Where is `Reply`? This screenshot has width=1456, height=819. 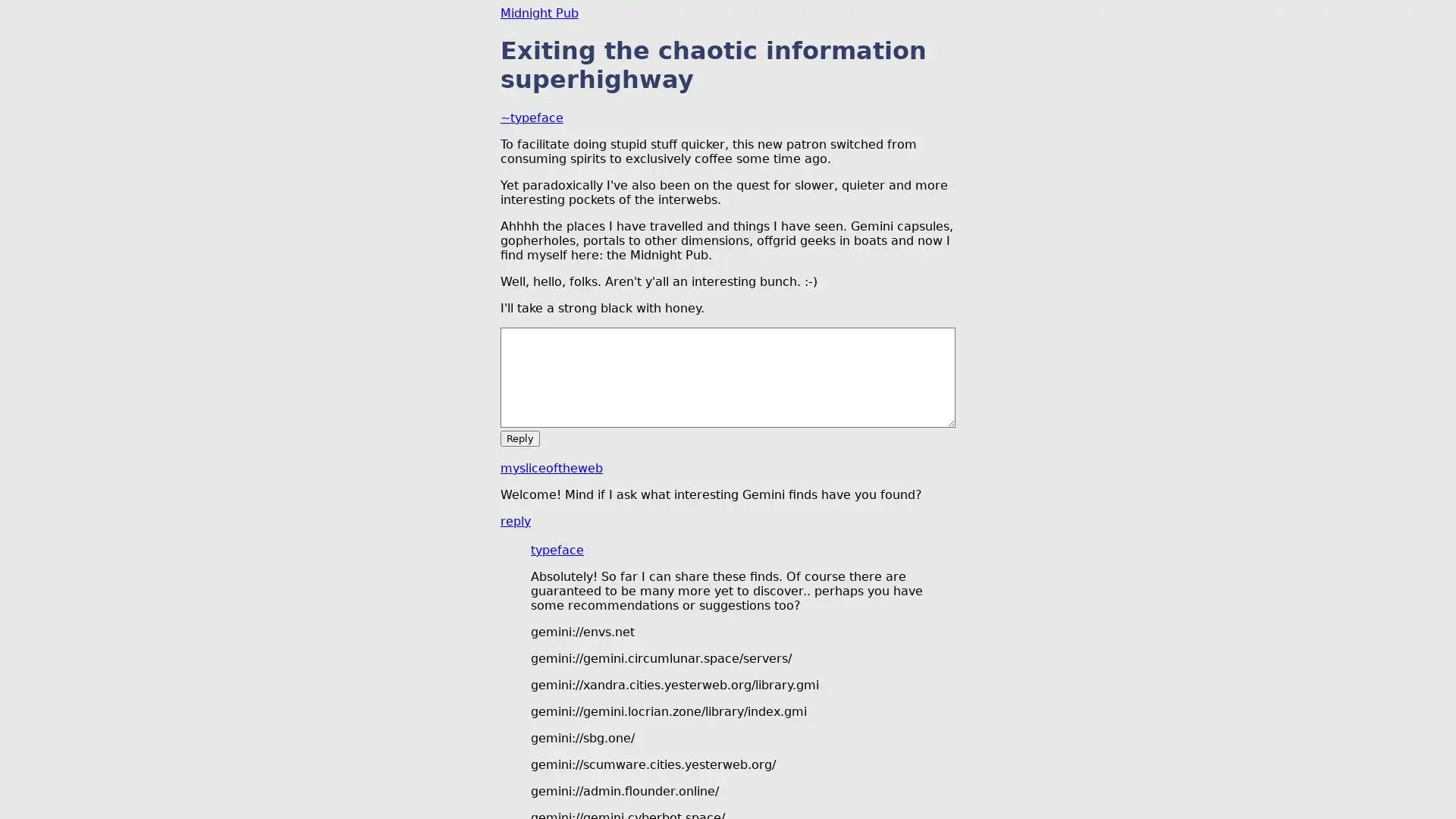
Reply is located at coordinates (520, 438).